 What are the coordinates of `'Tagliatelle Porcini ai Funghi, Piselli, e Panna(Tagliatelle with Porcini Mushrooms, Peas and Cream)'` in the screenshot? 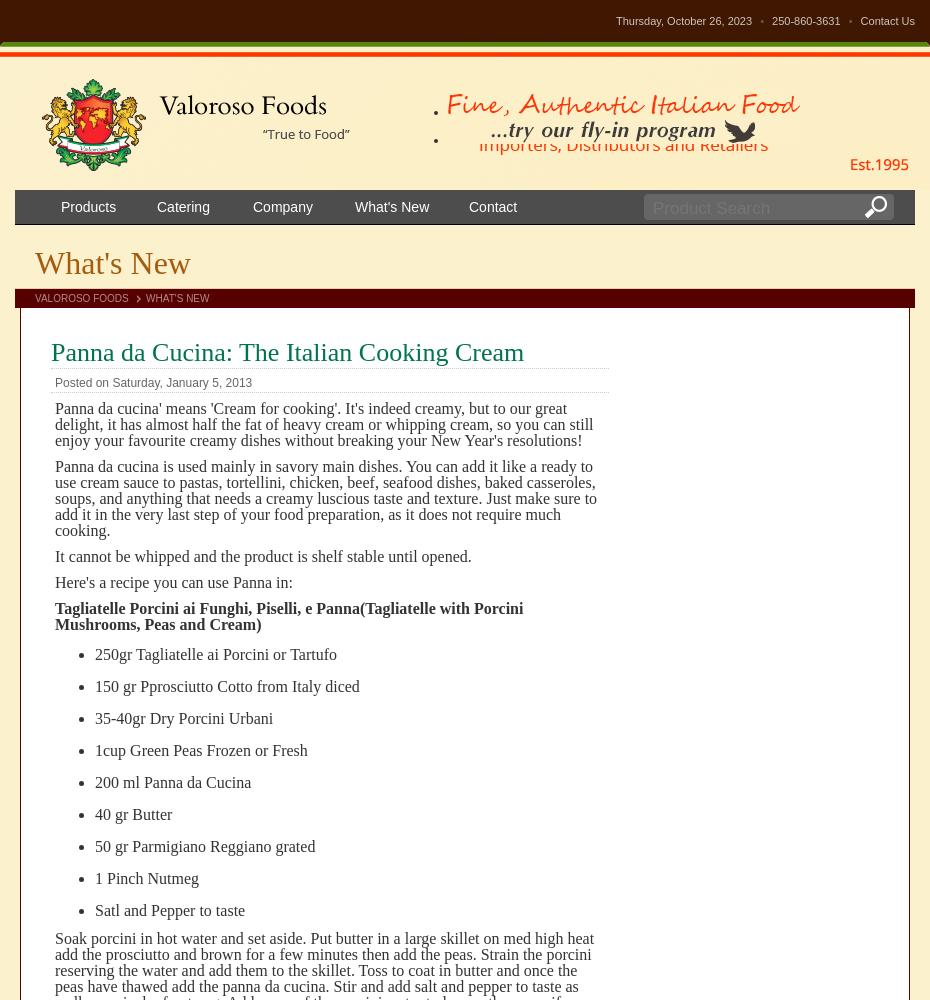 It's located at (289, 615).